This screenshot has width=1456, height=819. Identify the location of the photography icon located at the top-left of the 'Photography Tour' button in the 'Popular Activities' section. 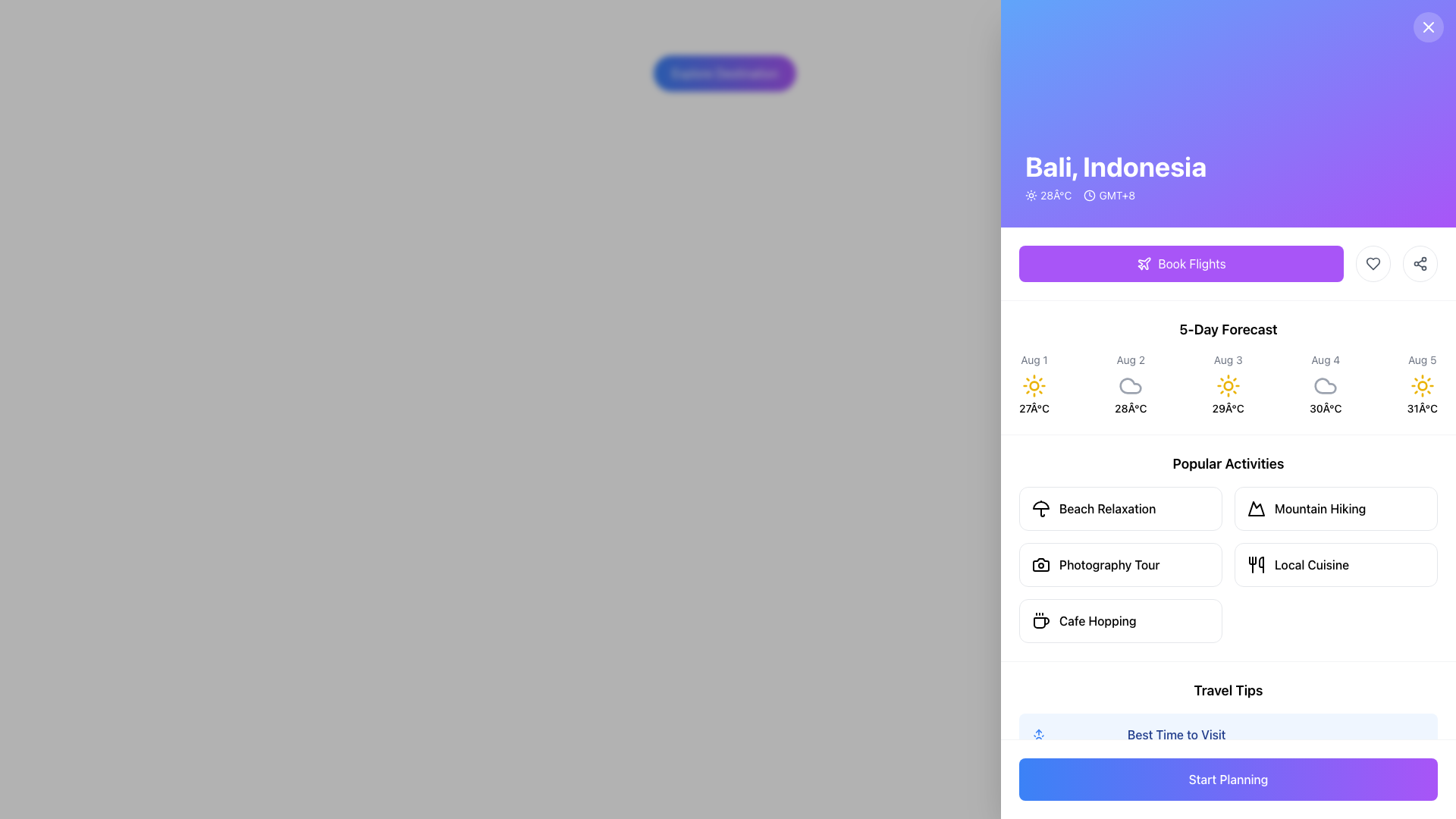
(1040, 564).